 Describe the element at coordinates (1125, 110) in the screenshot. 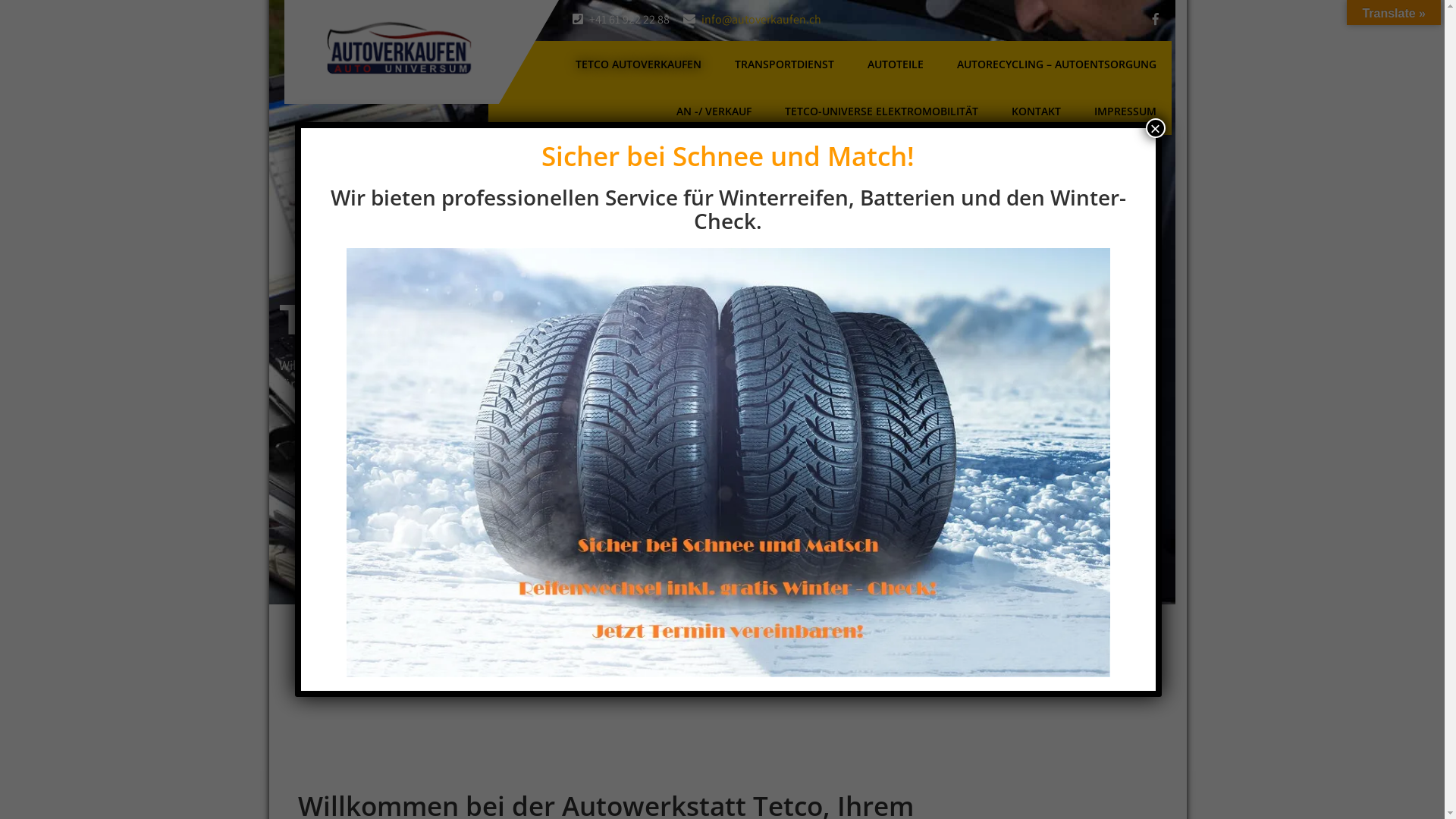

I see `'IMPRESSUM'` at that location.